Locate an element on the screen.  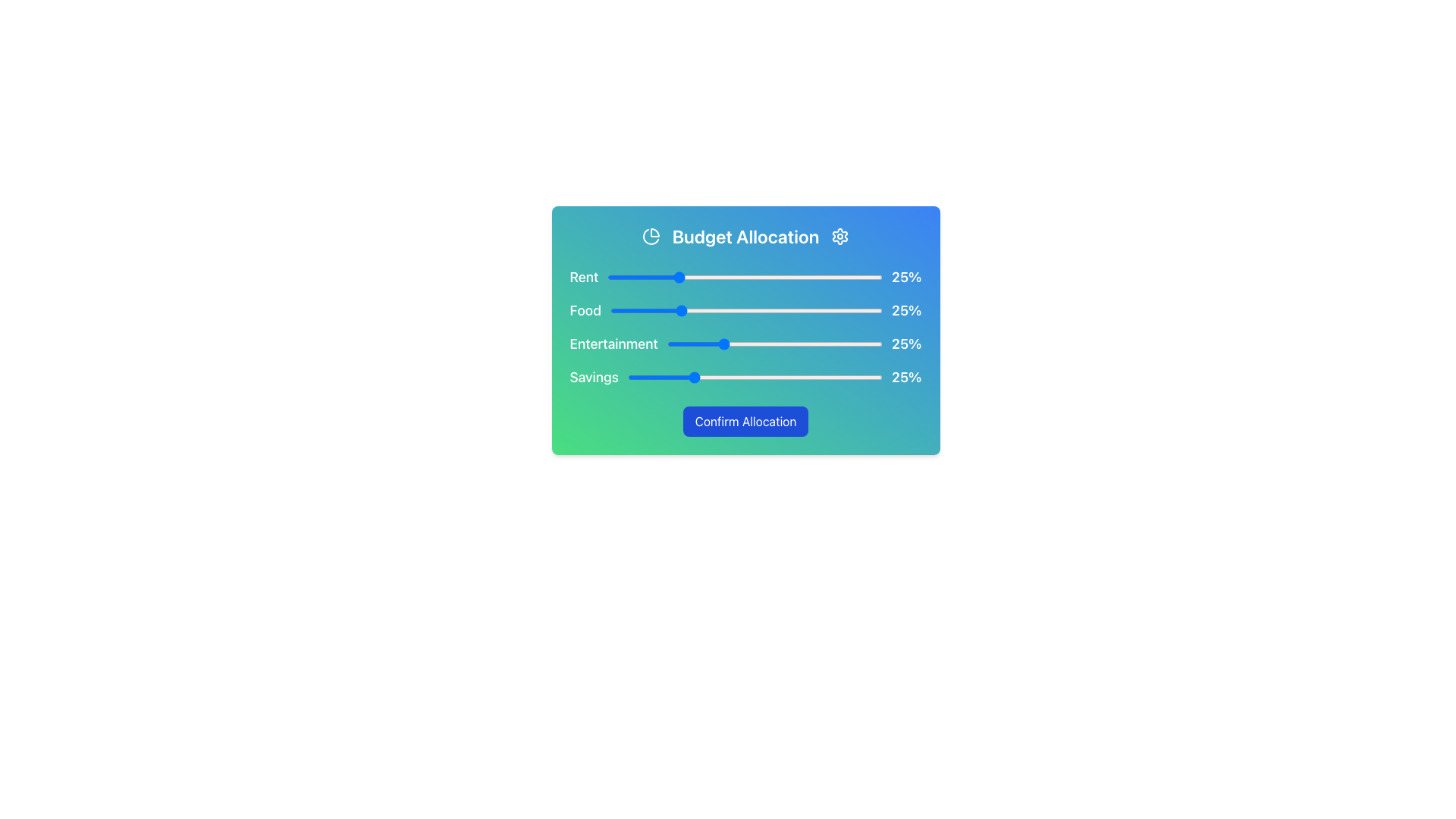
the slider is located at coordinates (743, 309).